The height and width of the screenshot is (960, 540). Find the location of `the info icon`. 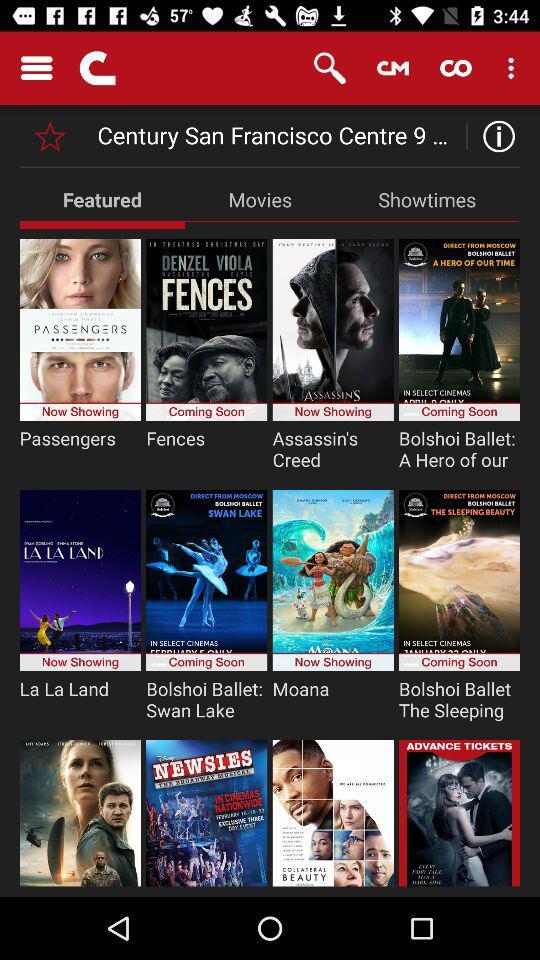

the info icon is located at coordinates (492, 135).